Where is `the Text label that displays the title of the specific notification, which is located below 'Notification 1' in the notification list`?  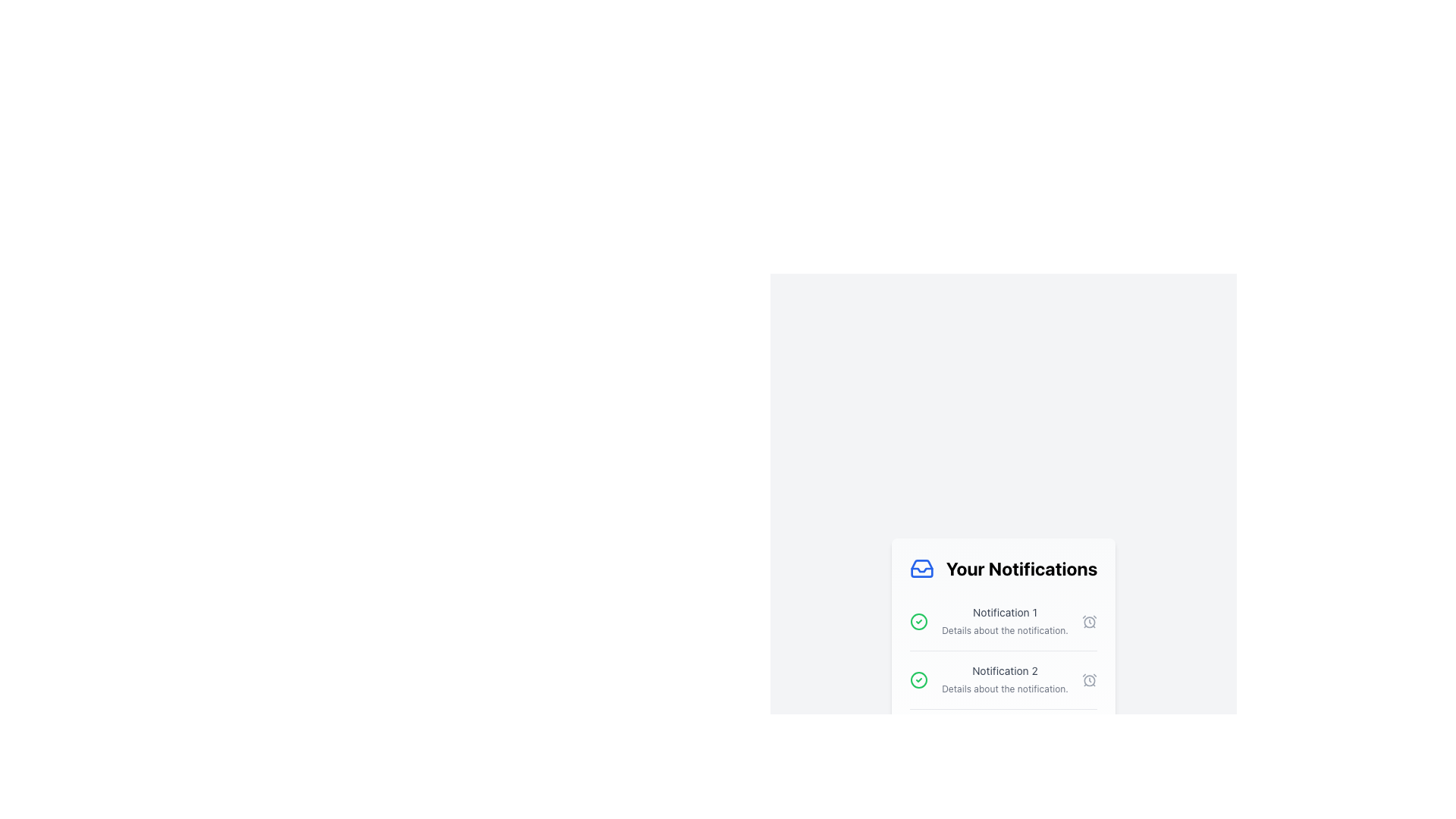
the Text label that displays the title of the specific notification, which is located below 'Notification 1' in the notification list is located at coordinates (1005, 670).